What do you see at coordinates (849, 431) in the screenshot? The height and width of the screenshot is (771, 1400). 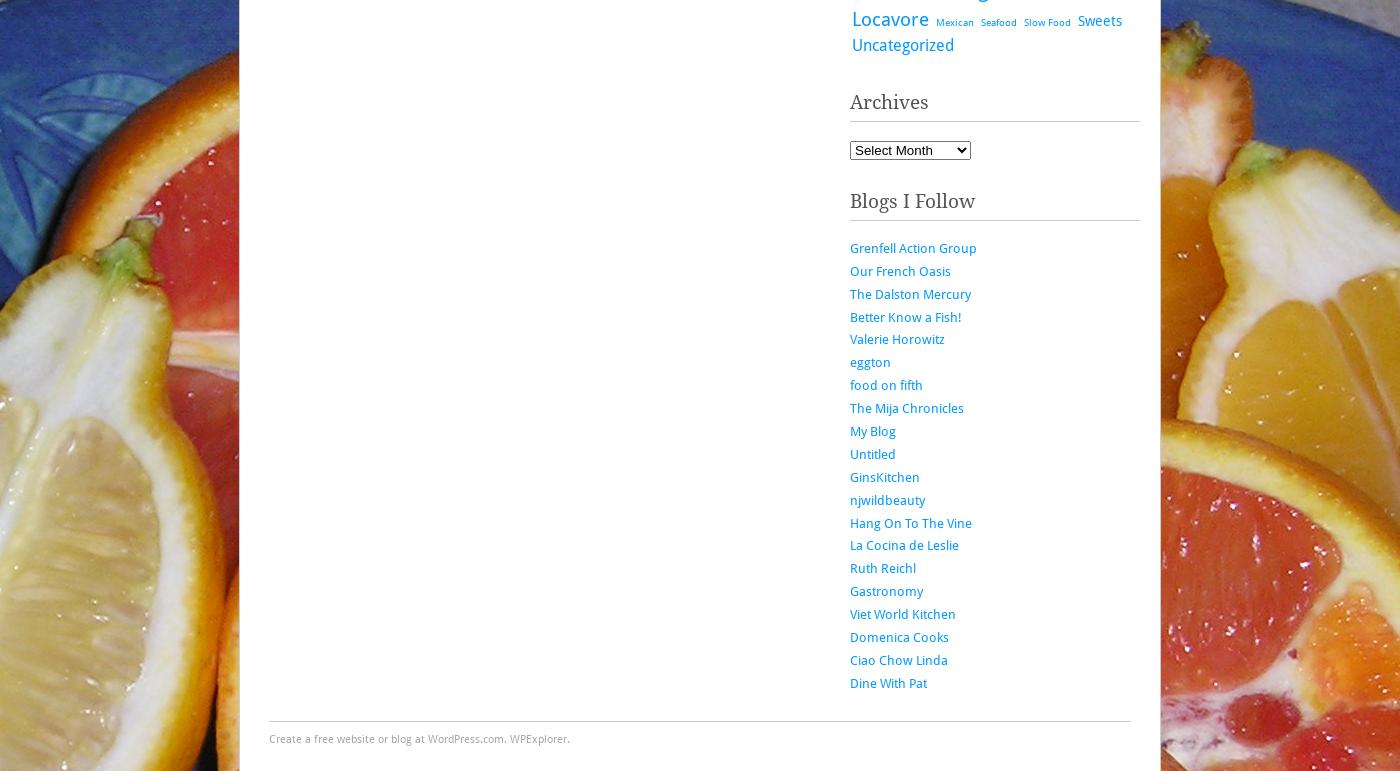 I see `'My Blog'` at bounding box center [849, 431].